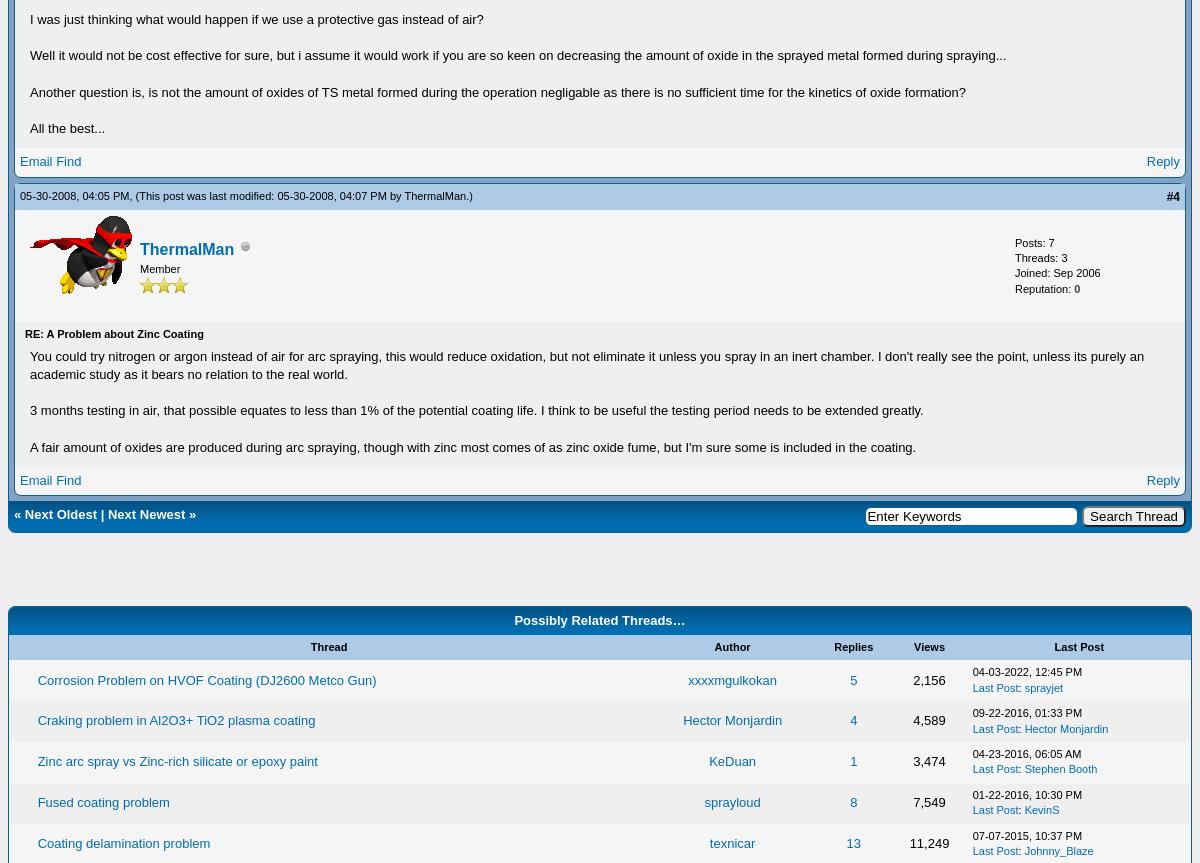  What do you see at coordinates (467, 195) in the screenshot?
I see `'.)'` at bounding box center [467, 195].